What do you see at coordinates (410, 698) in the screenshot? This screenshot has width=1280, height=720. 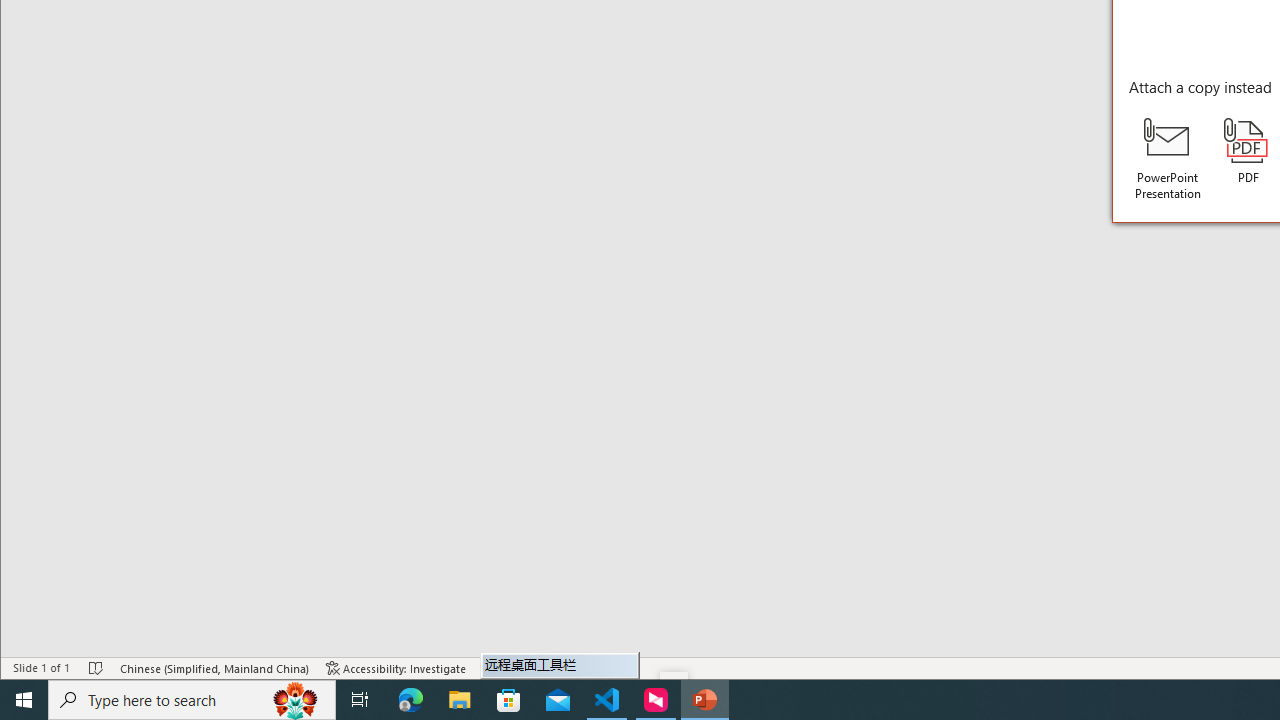 I see `'Microsoft Edge'` at bounding box center [410, 698].